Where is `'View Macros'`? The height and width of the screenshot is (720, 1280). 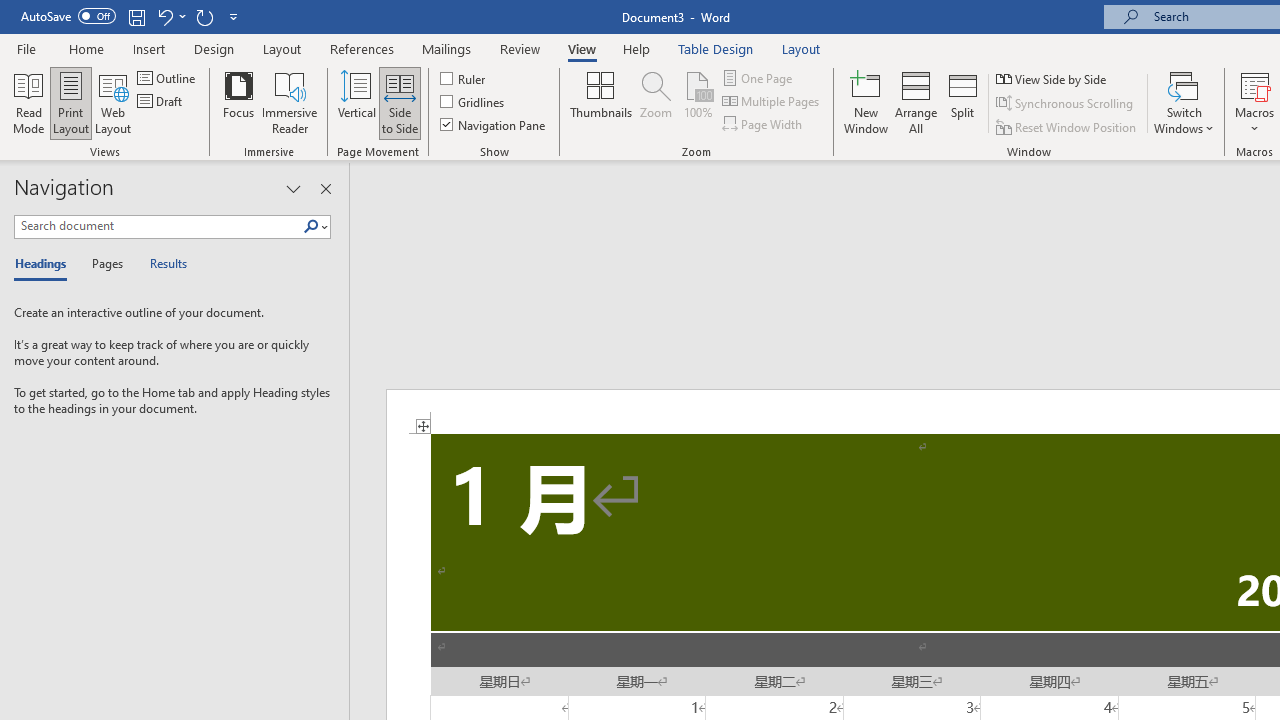
'View Macros' is located at coordinates (1254, 84).